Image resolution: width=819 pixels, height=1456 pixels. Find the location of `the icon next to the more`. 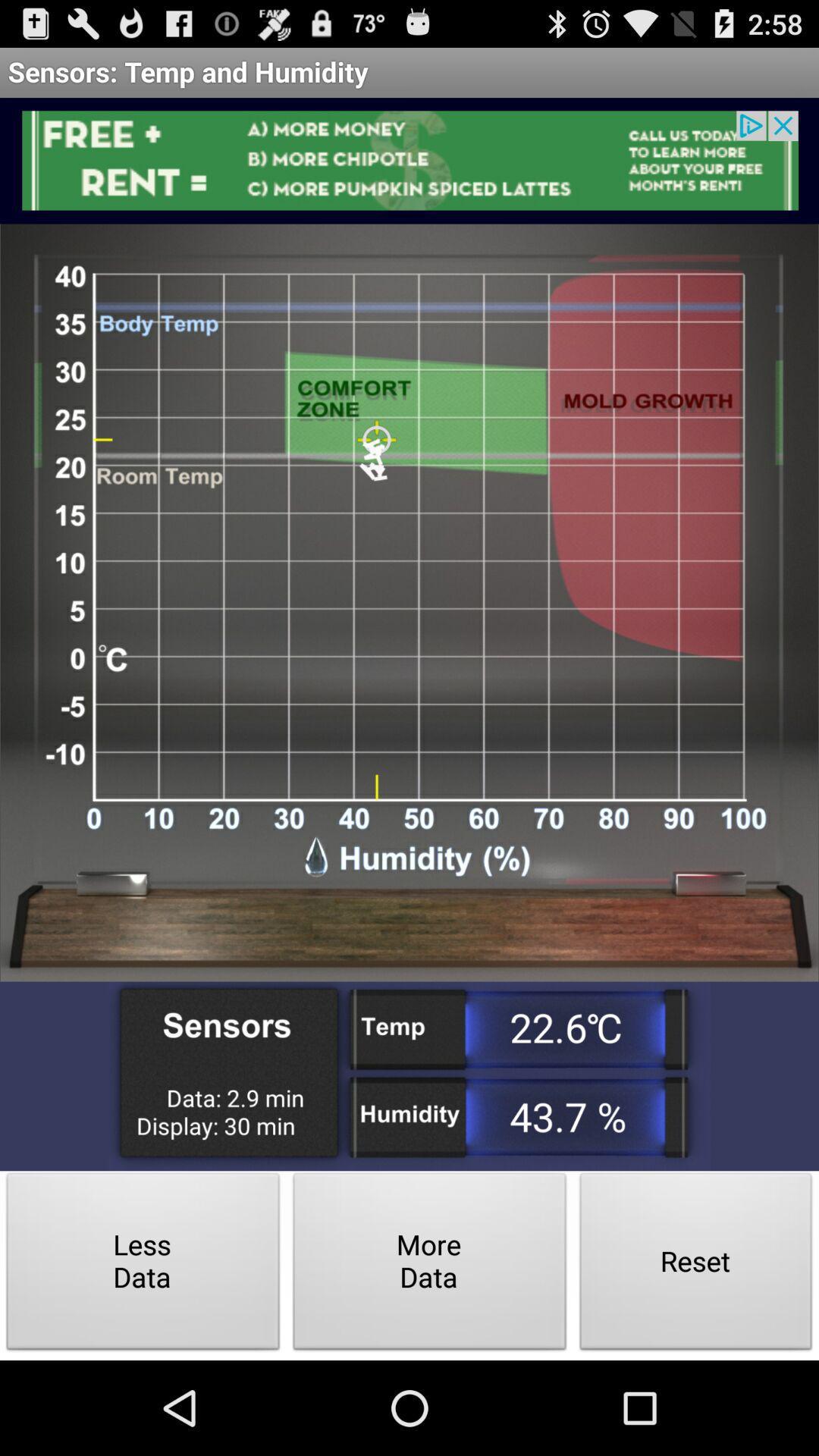

the icon next to the more is located at coordinates (696, 1266).